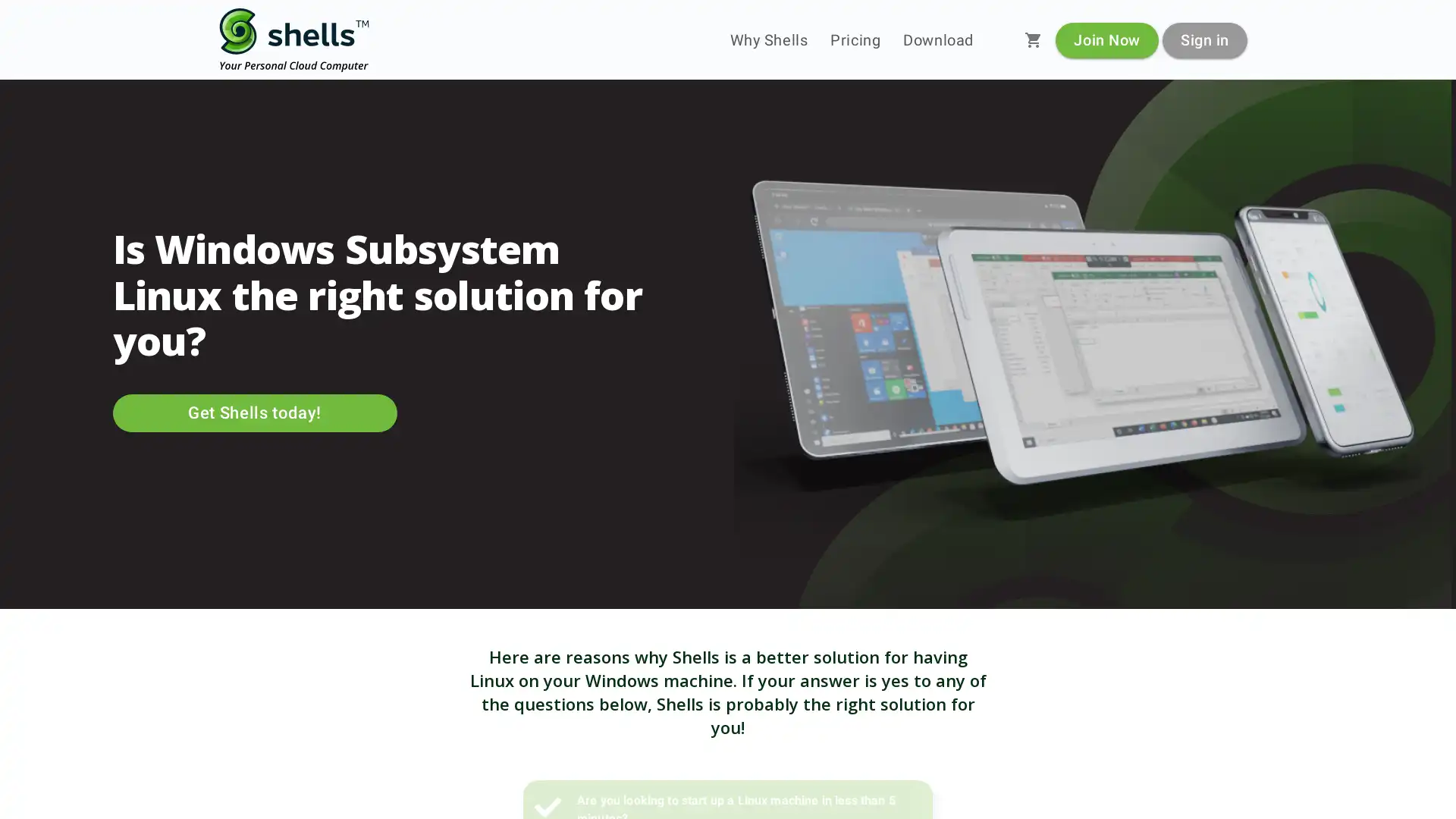 This screenshot has width=1456, height=819. Describe the element at coordinates (768, 39) in the screenshot. I see `Why Shells` at that location.